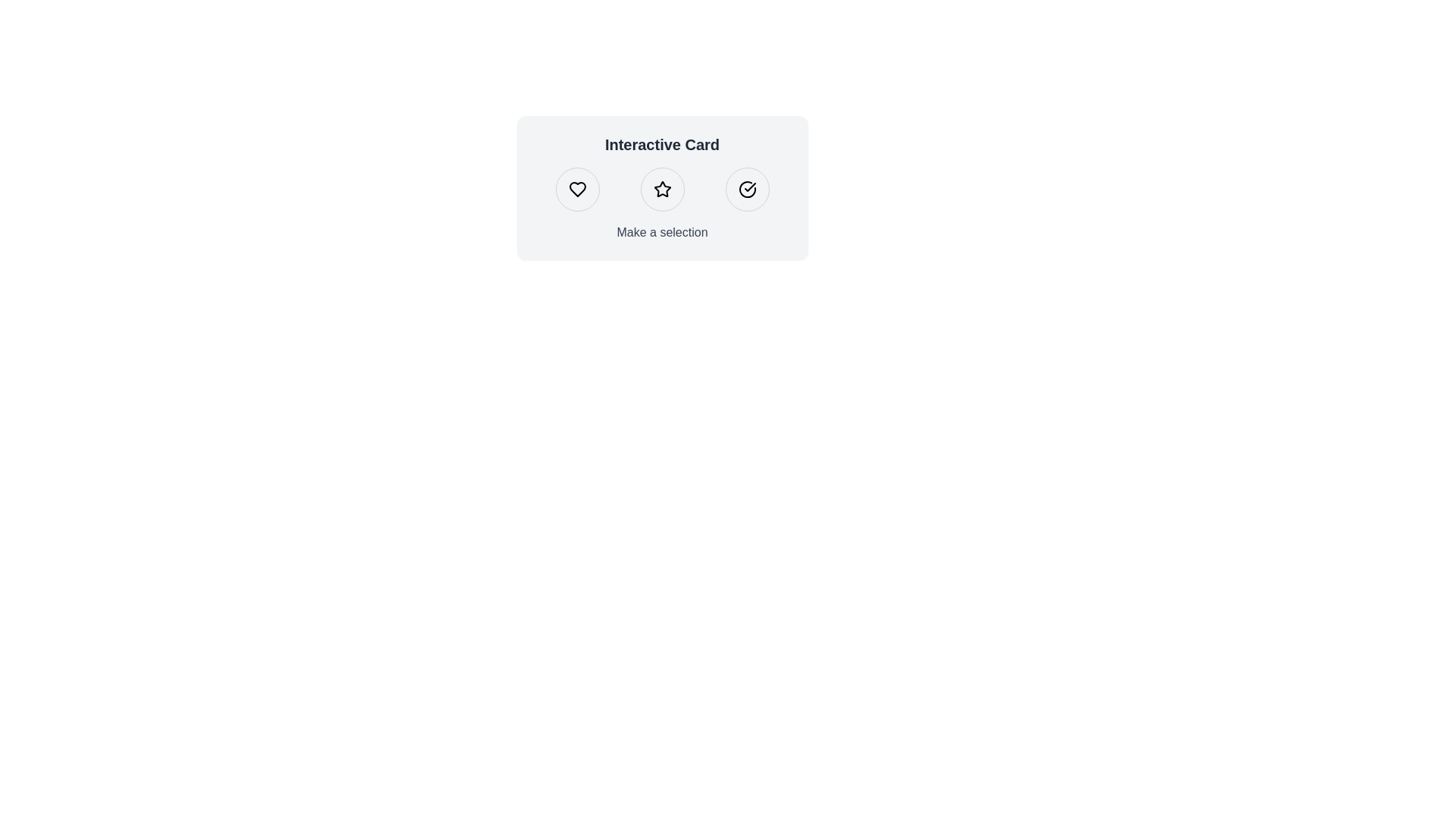  What do you see at coordinates (662, 188) in the screenshot?
I see `the hollow star icon, which is the second circular button in a horizontal layout, positioned between a heart icon and a checkmark icon` at bounding box center [662, 188].